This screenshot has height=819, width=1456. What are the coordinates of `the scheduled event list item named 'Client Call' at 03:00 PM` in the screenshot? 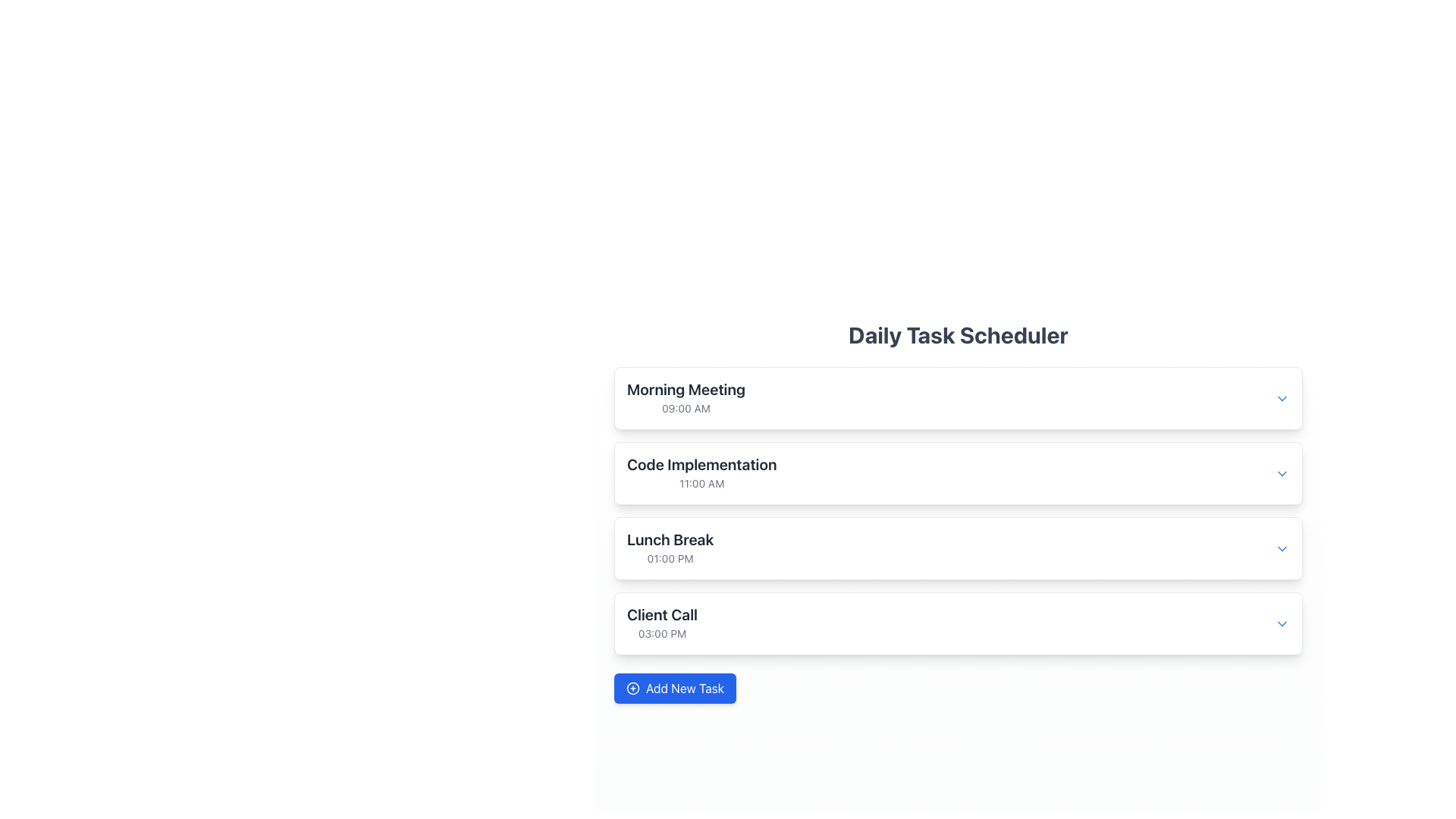 It's located at (662, 623).